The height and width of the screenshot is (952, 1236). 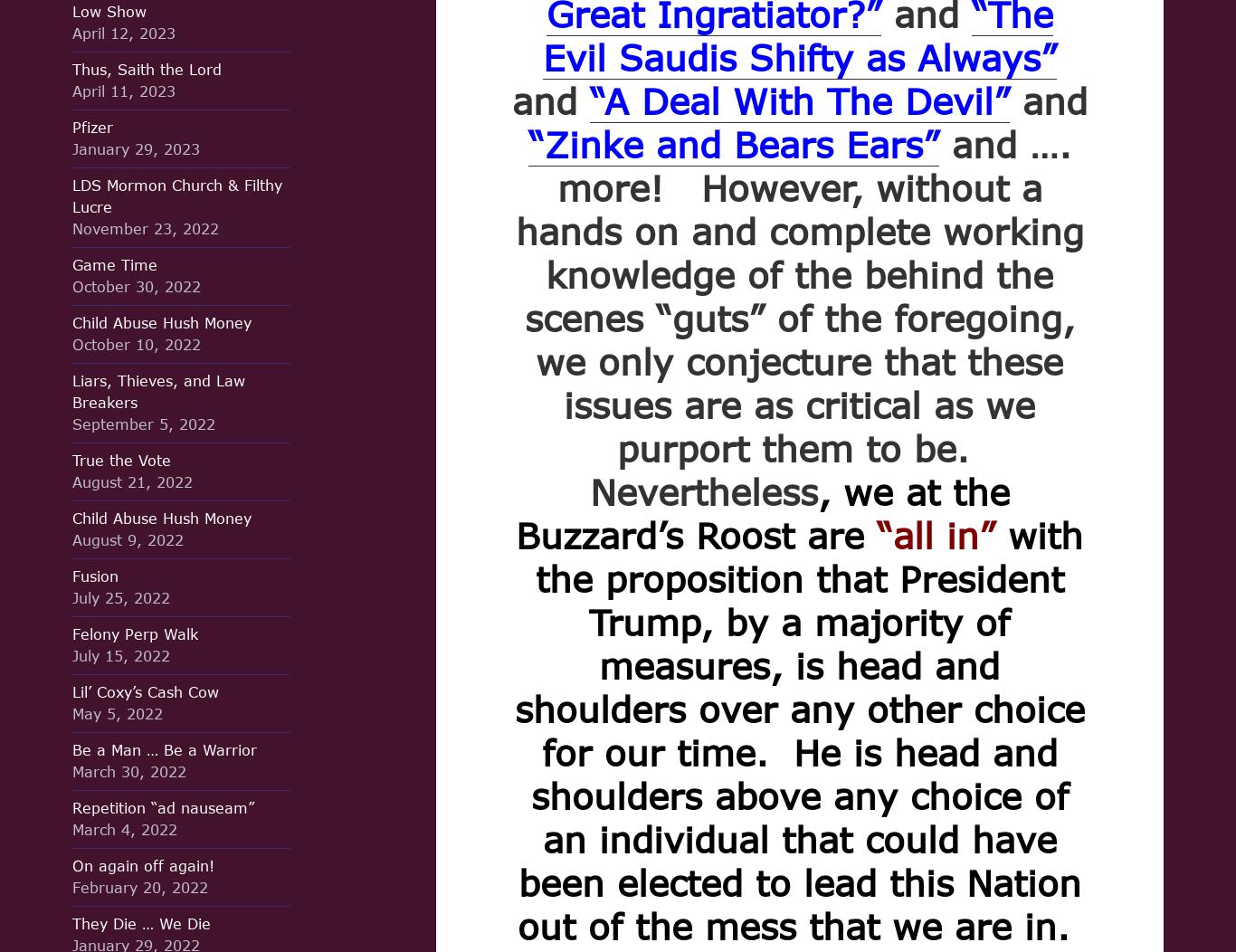 I want to click on 'Pfizer', so click(x=72, y=126).